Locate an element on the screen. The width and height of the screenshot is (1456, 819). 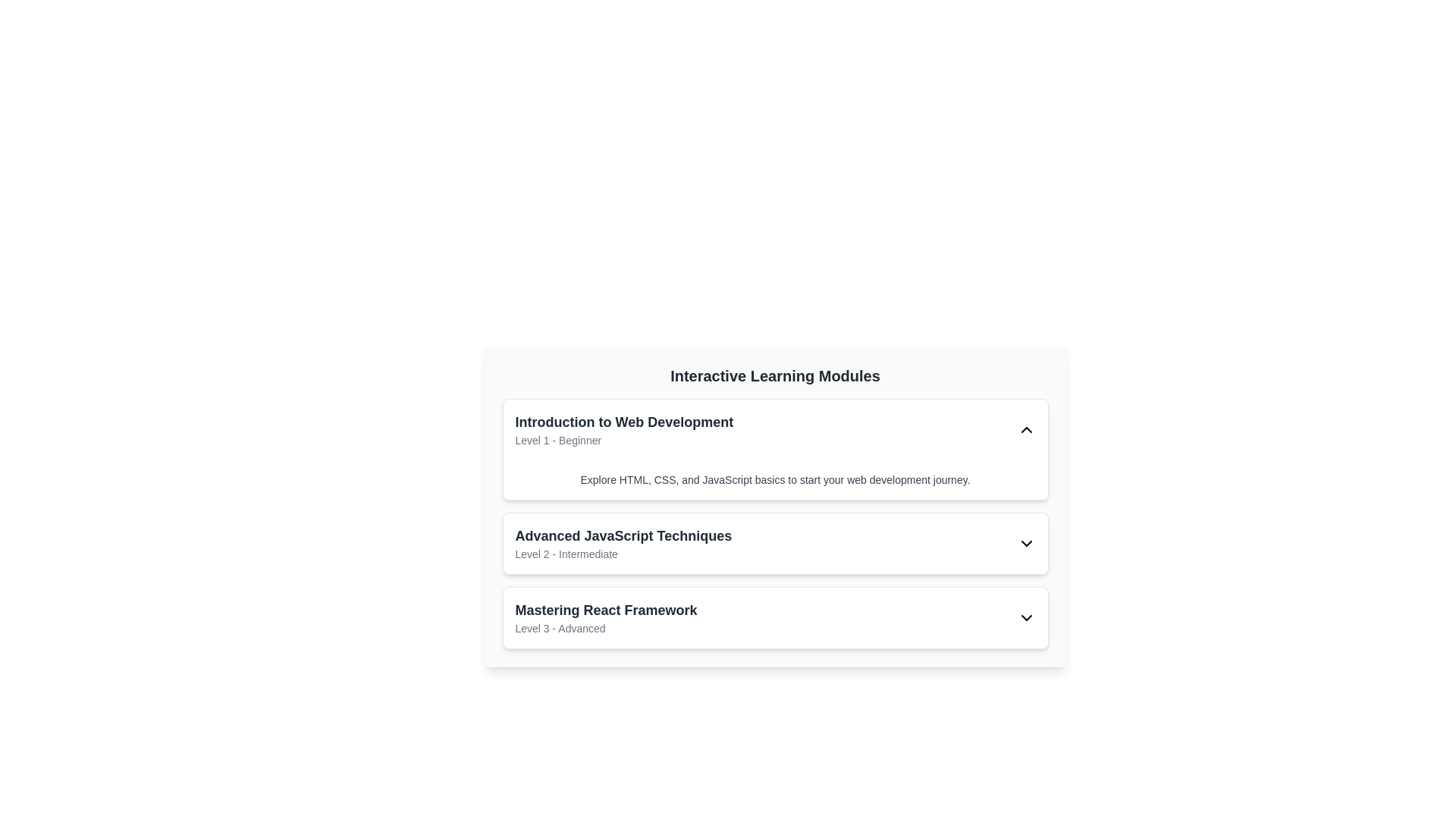
the third item in the list of interactive learning modules is located at coordinates (775, 617).